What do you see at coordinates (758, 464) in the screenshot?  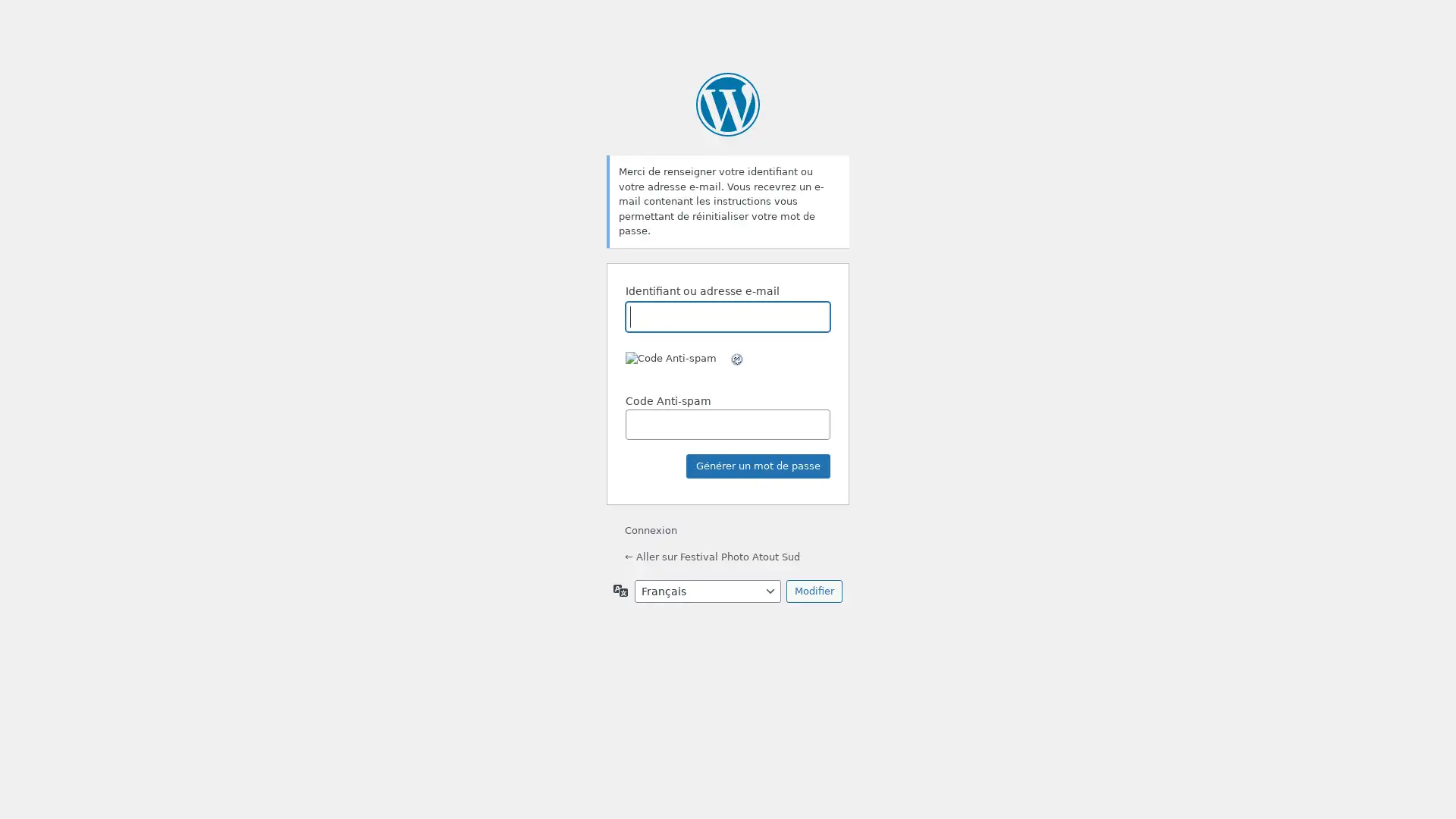 I see `Generer un mot de passe` at bounding box center [758, 464].